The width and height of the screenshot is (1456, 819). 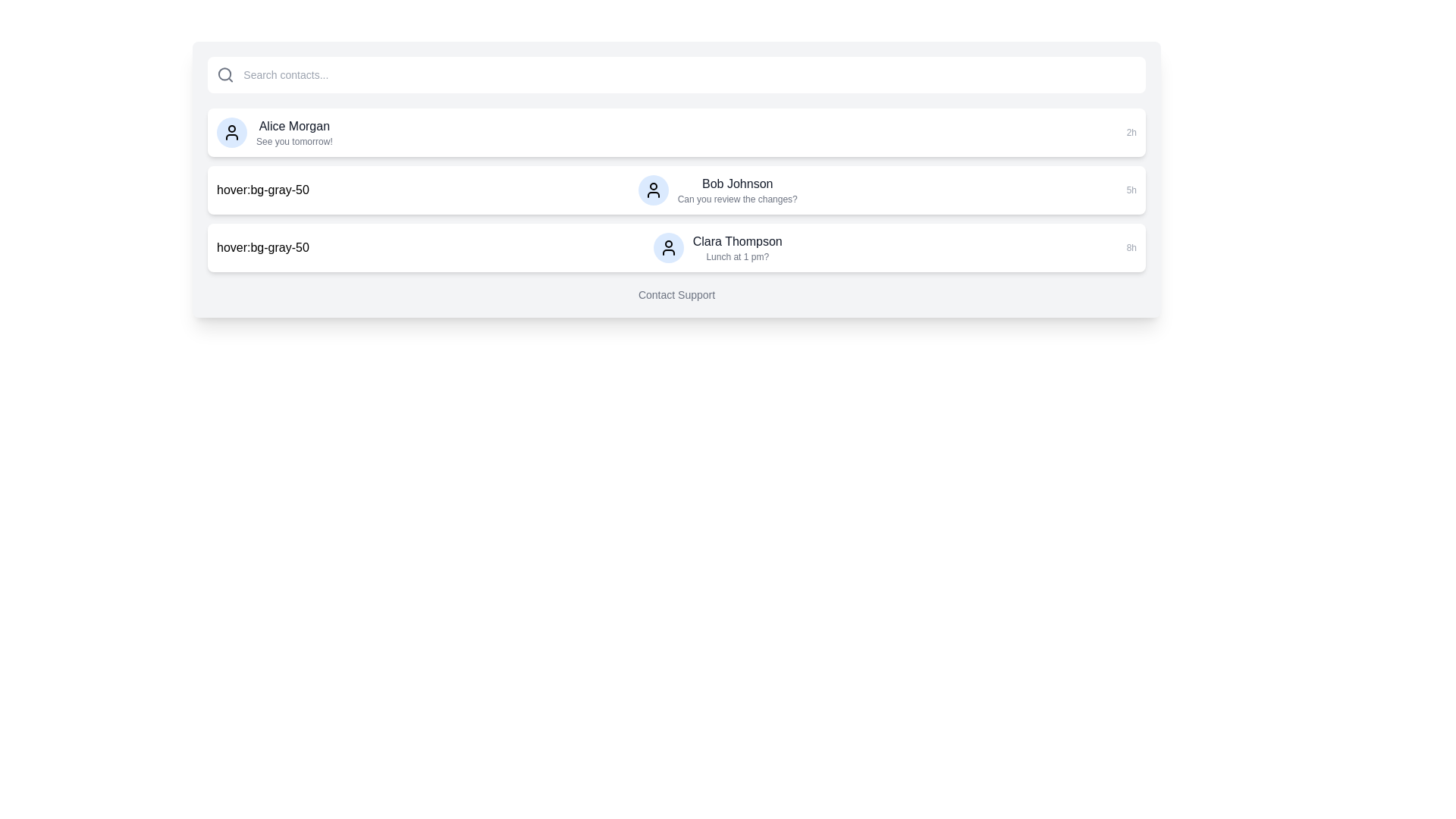 I want to click on the user profile icon resembling a silhouette, which is located next to the name 'Bob Johnson' on the second contact card in the list, so click(x=653, y=189).